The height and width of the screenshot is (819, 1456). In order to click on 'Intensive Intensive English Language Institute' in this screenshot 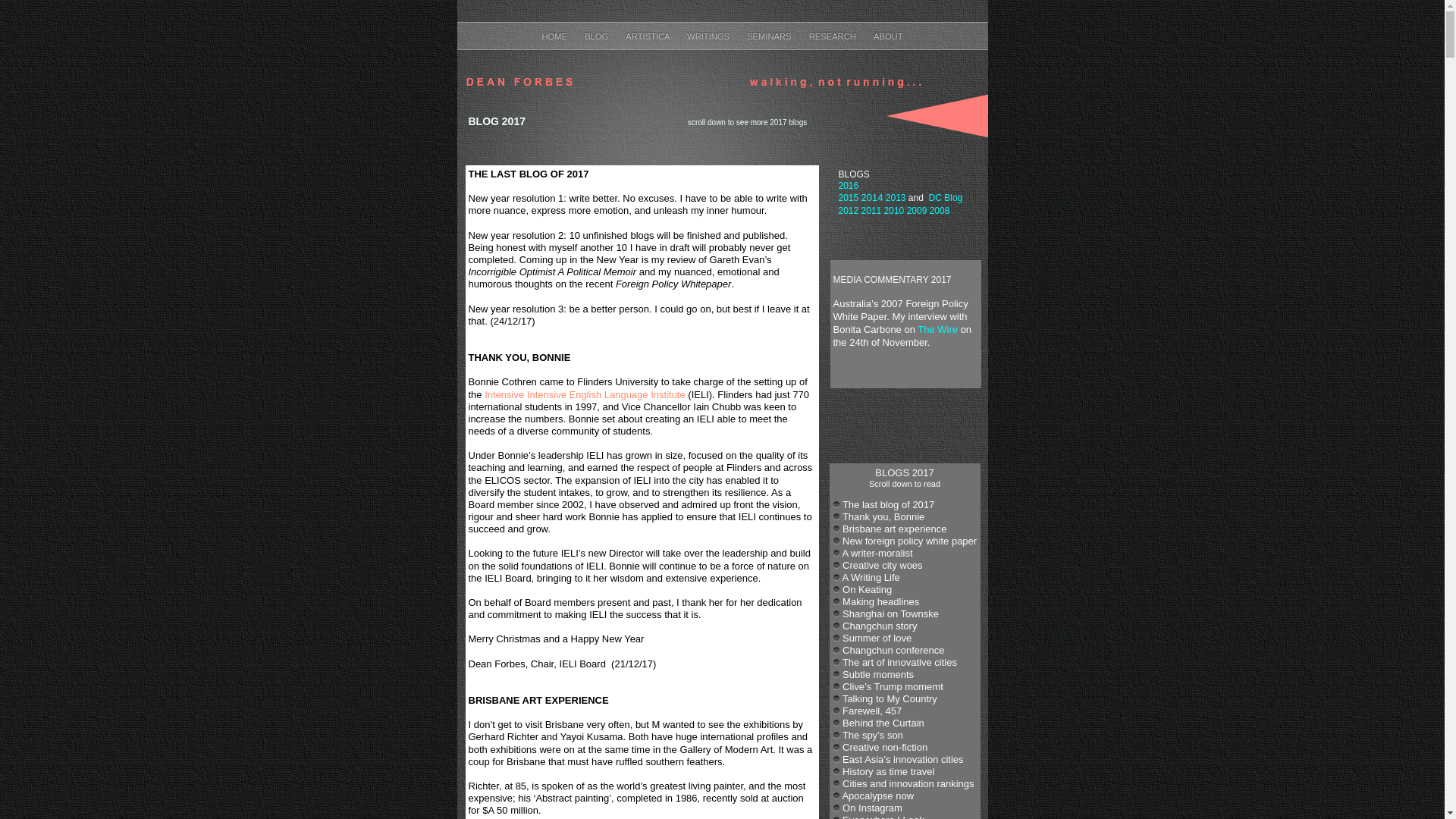, I will do `click(584, 394)`.